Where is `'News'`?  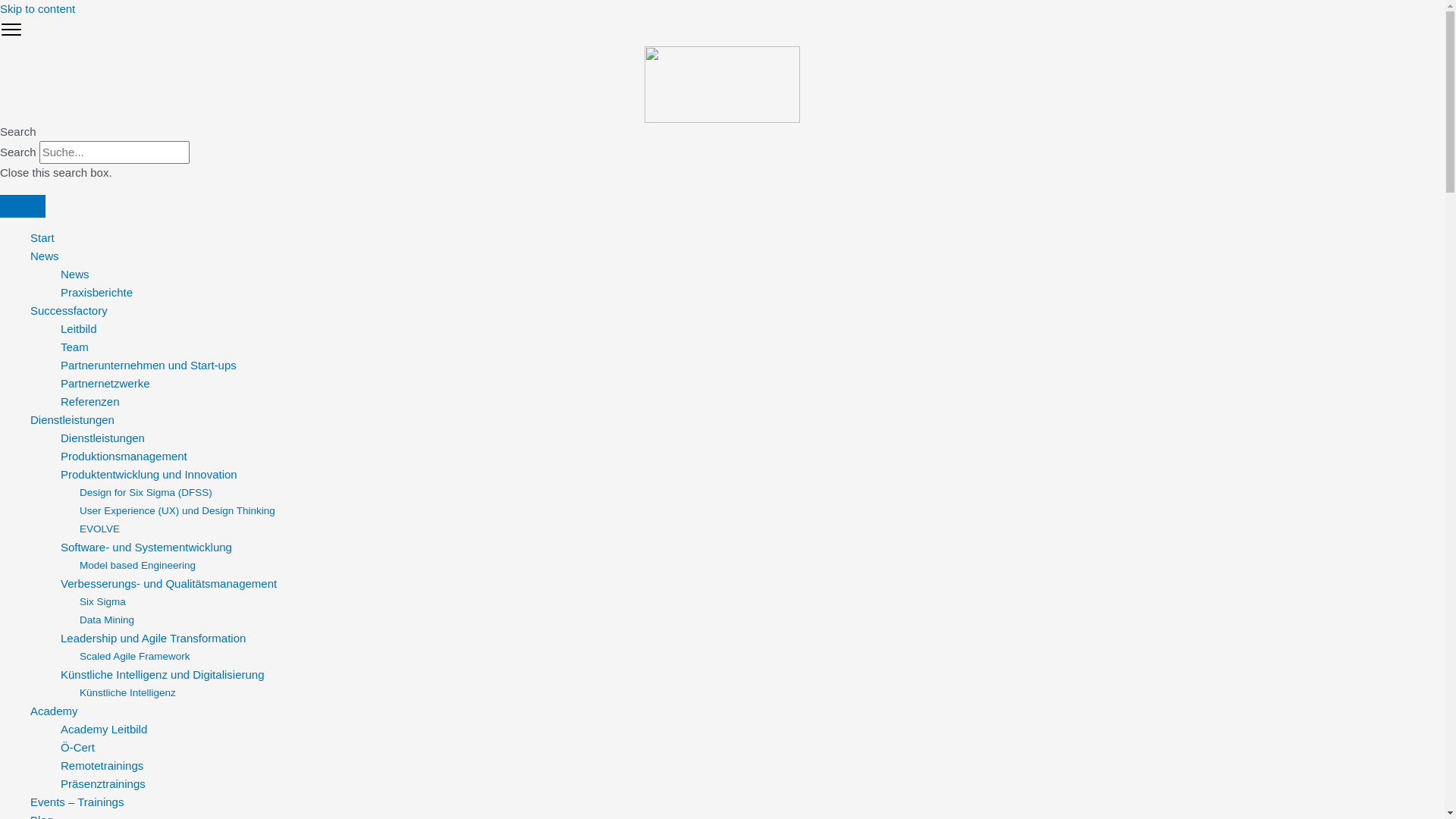 'News' is located at coordinates (74, 274).